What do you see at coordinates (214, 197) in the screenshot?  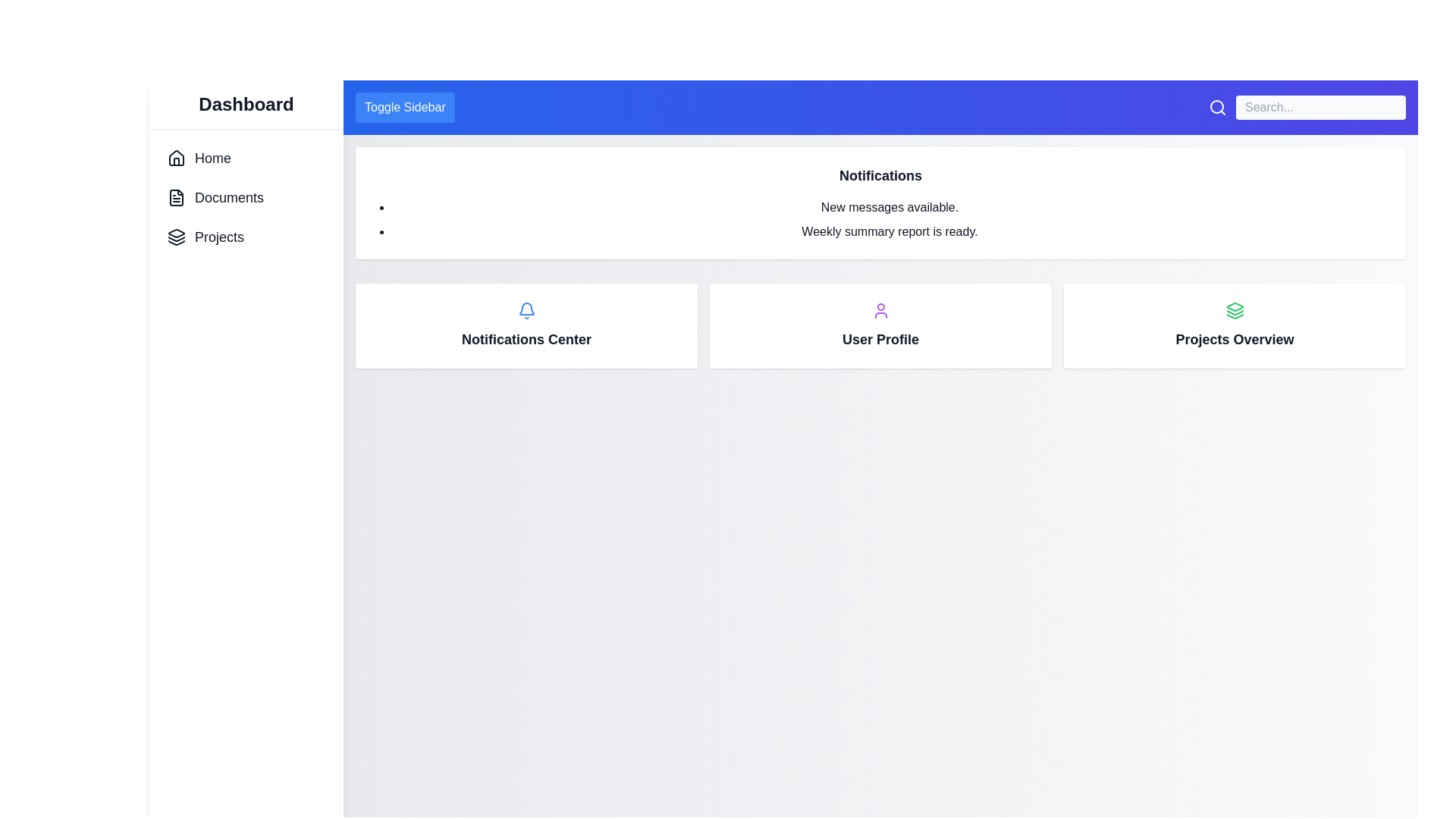 I see `the 'Documents' button located in the left sidebar, which is the second item below 'Home' and above 'Projects'` at bounding box center [214, 197].